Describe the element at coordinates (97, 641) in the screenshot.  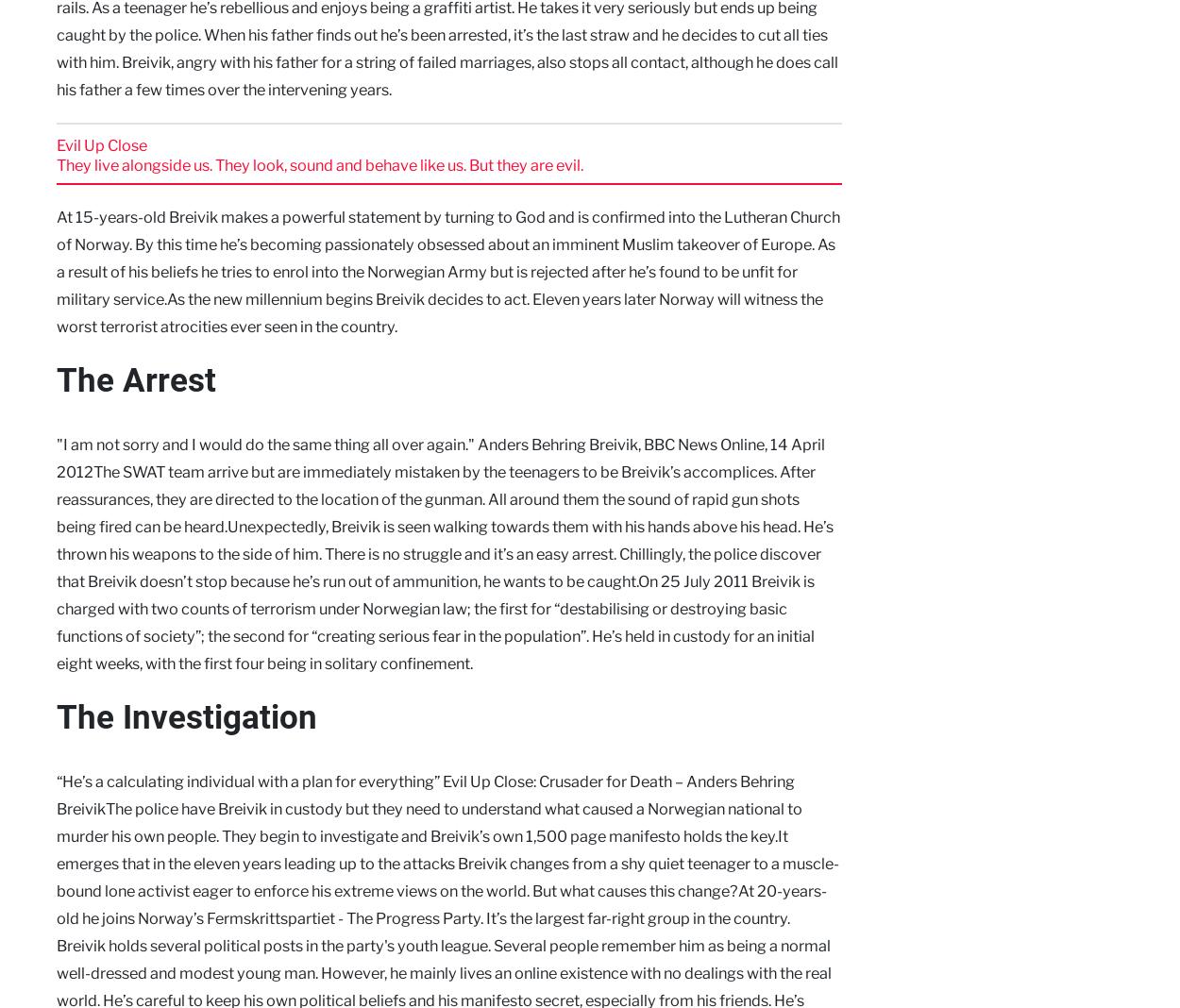
I see `'Cookies Choices'` at that location.